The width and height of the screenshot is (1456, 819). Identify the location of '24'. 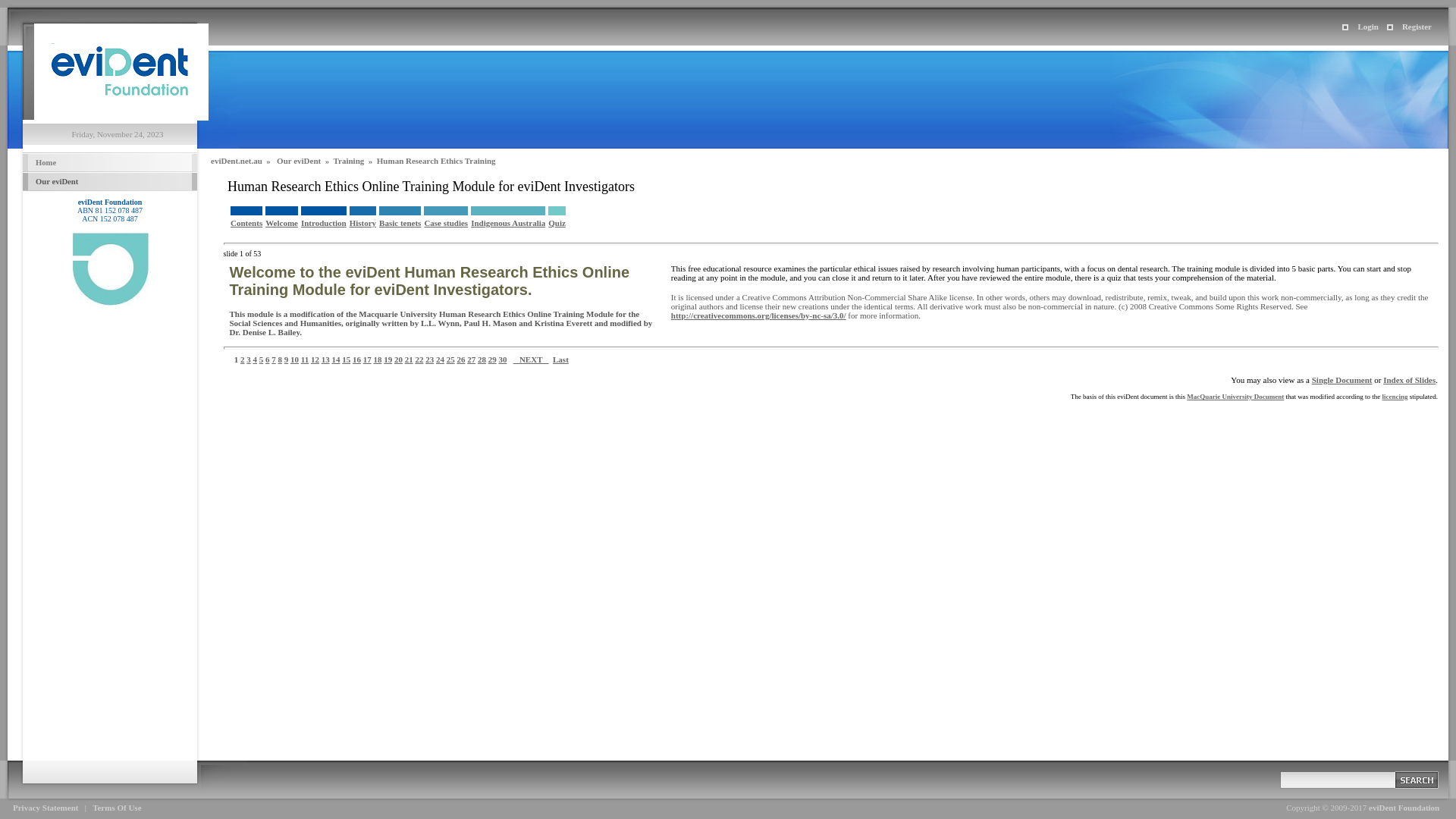
(435, 359).